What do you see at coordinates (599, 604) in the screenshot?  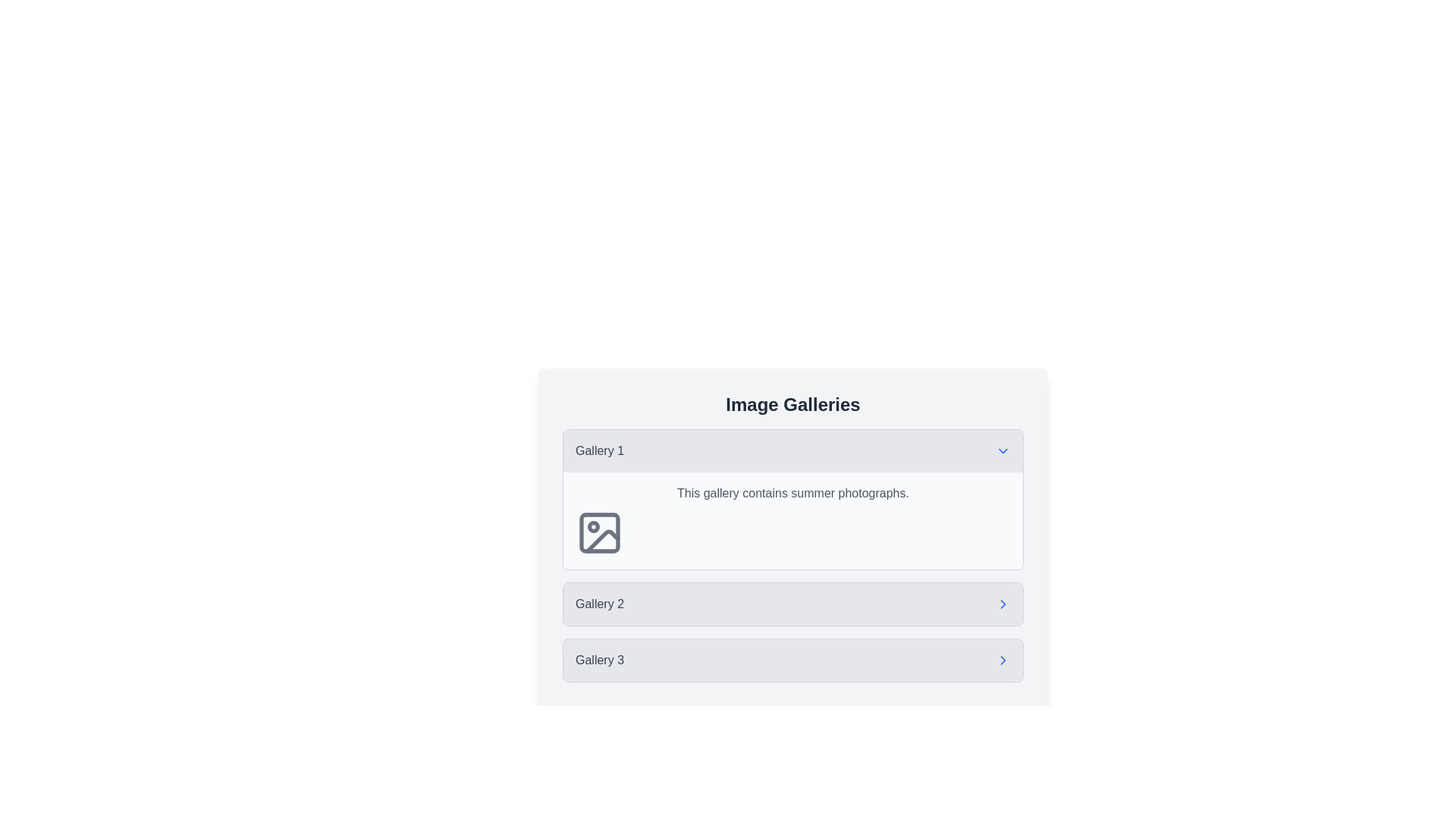 I see `the text label that serves as a title or identifier for its section` at bounding box center [599, 604].